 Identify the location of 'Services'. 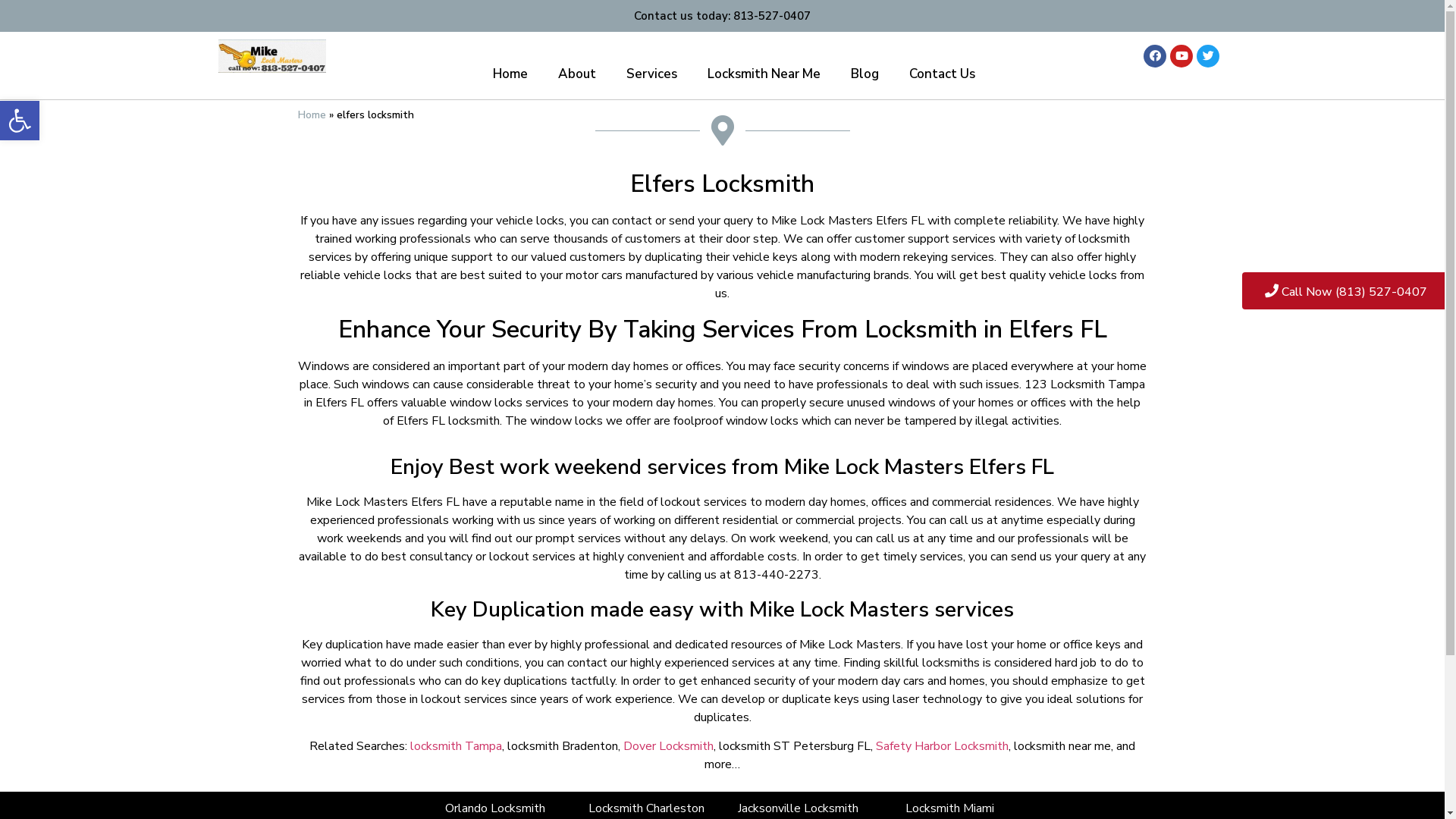
(651, 74).